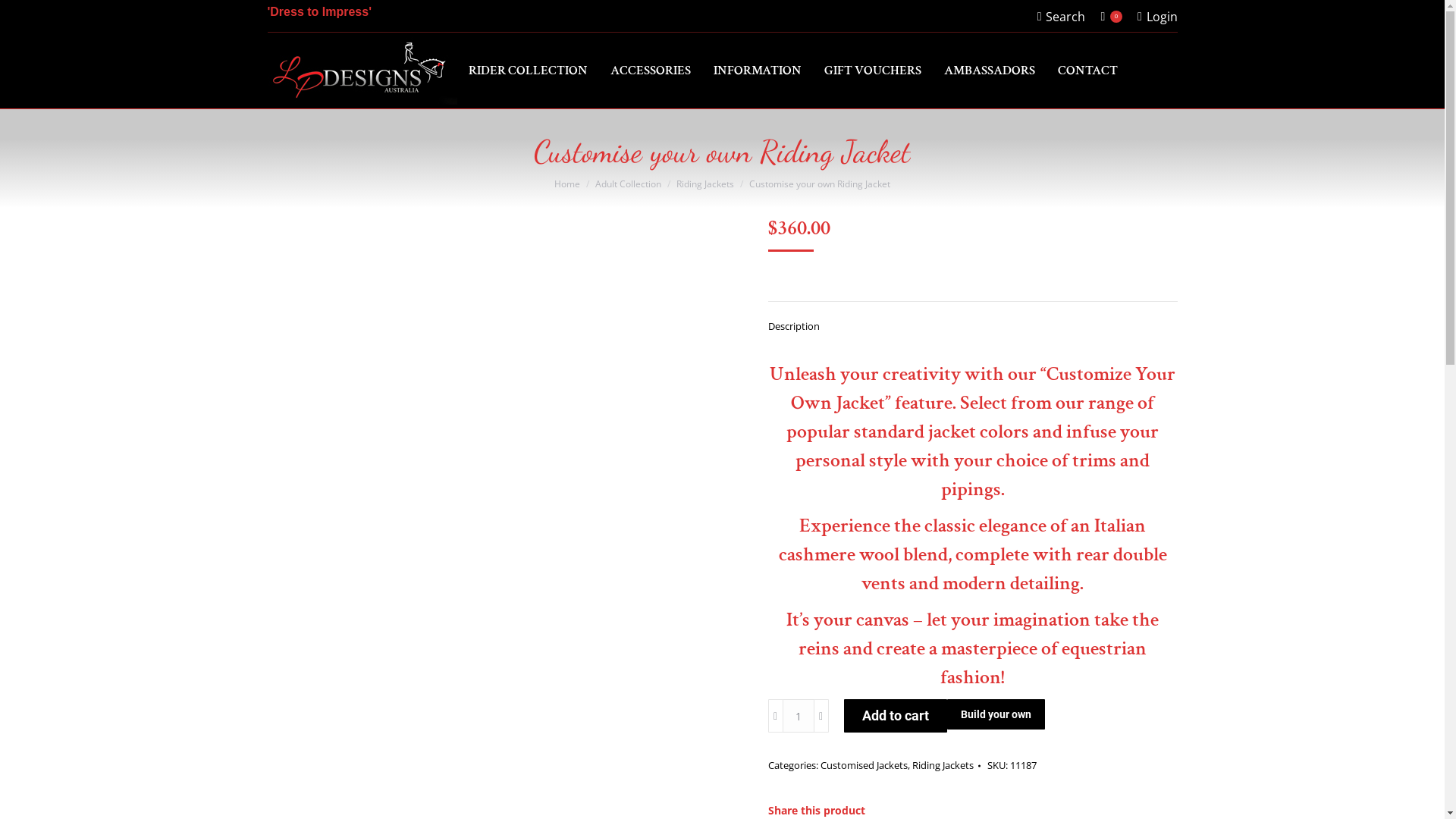 The height and width of the screenshot is (819, 1456). What do you see at coordinates (566, 183) in the screenshot?
I see `'Home'` at bounding box center [566, 183].